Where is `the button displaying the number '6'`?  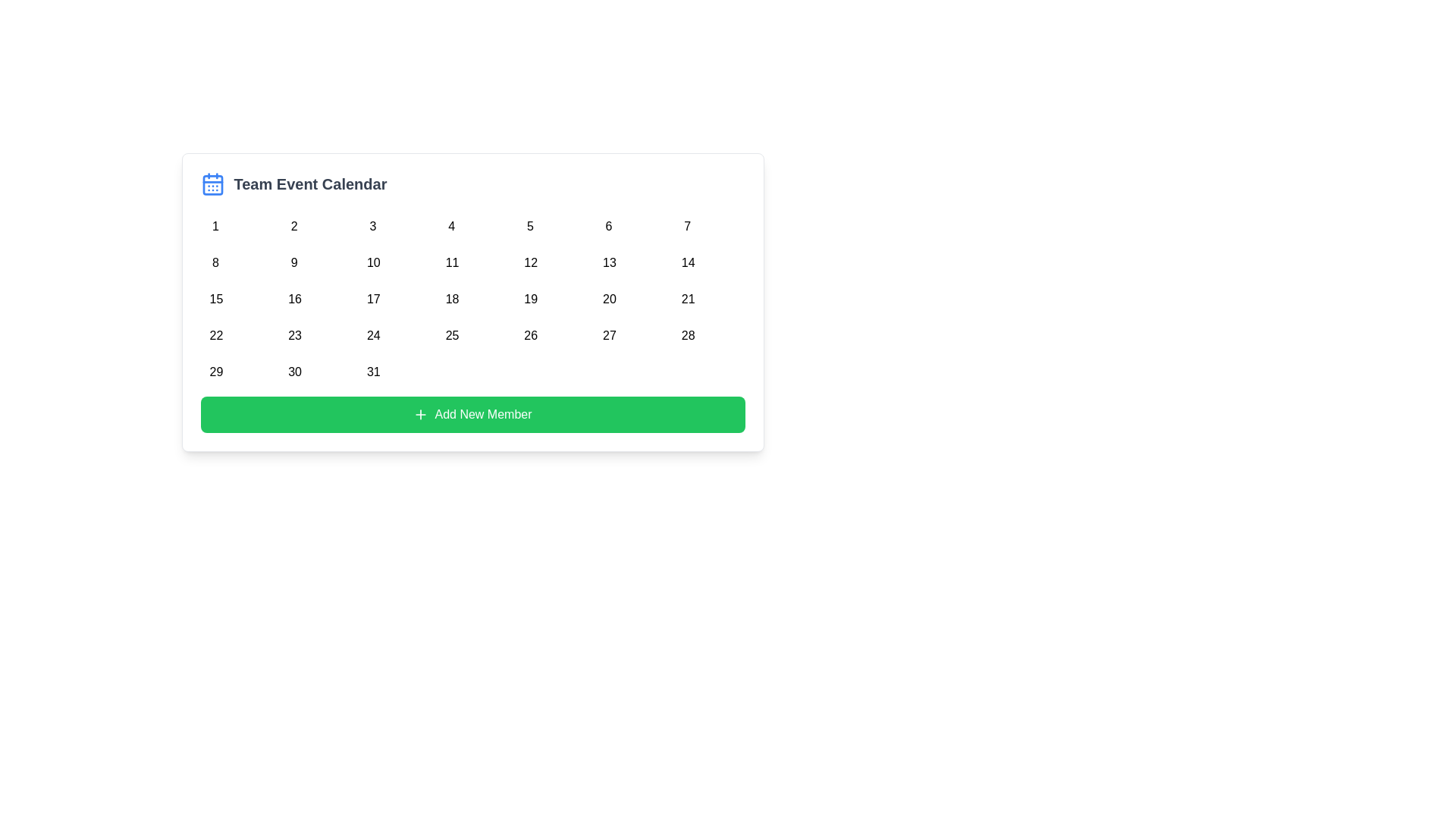 the button displaying the number '6' is located at coordinates (609, 223).